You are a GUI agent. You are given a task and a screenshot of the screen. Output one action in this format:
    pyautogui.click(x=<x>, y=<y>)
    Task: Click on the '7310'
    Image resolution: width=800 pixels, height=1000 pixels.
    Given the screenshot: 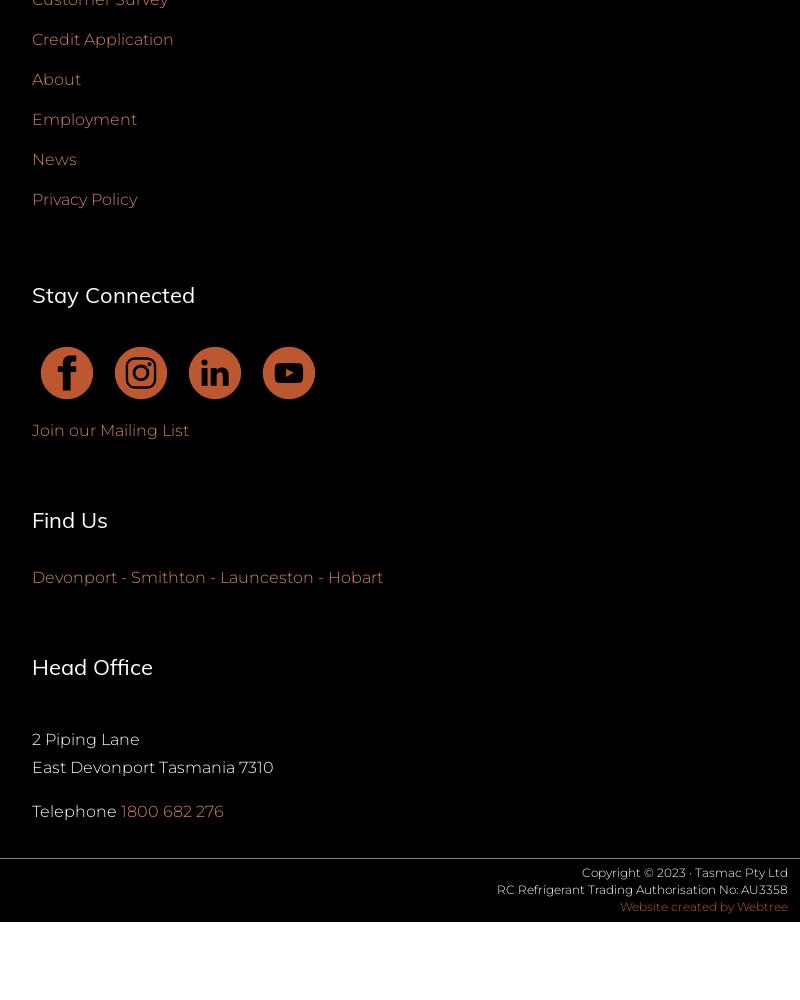 What is the action you would take?
    pyautogui.click(x=255, y=767)
    